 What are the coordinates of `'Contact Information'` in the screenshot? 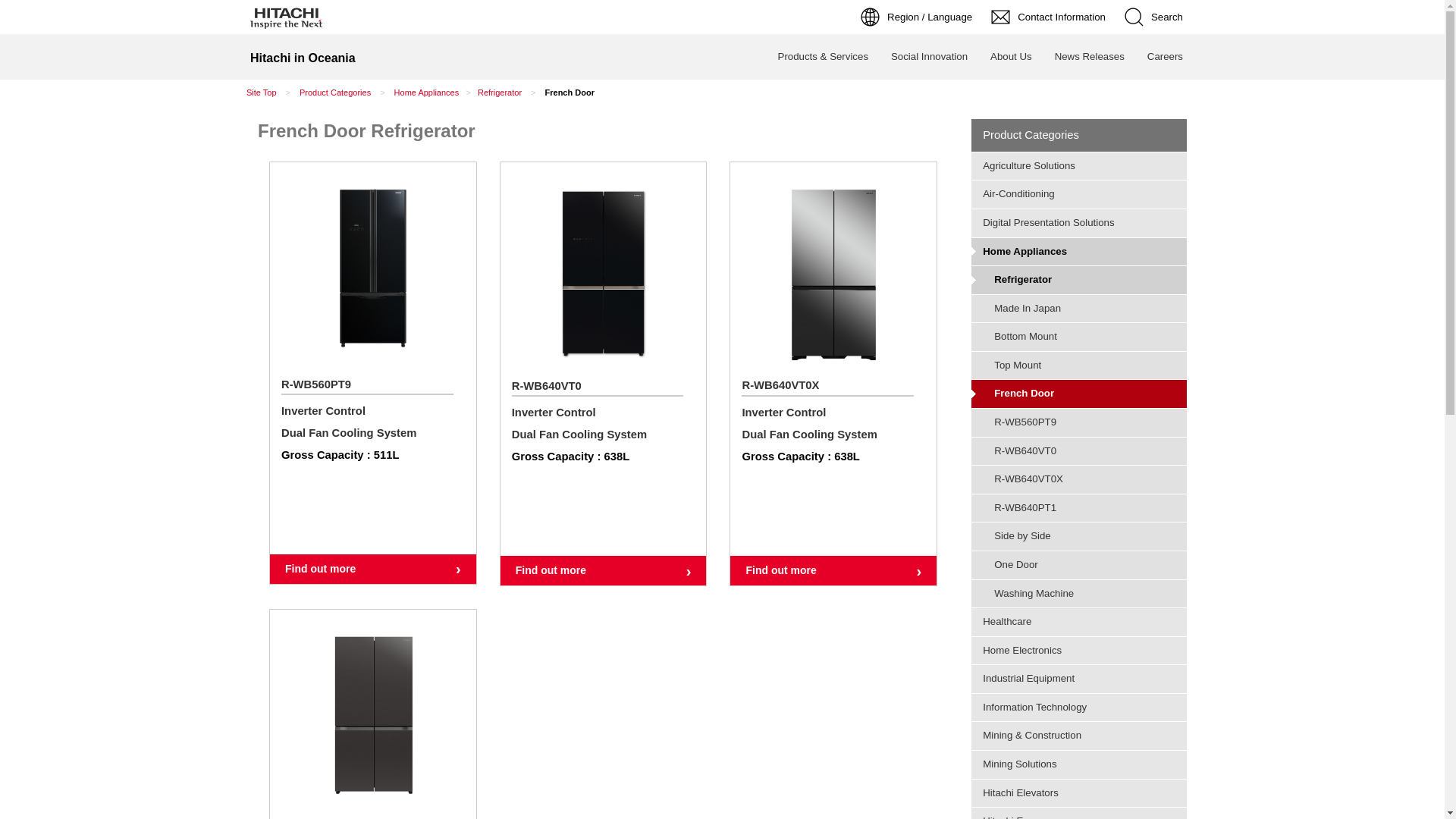 It's located at (1050, 17).